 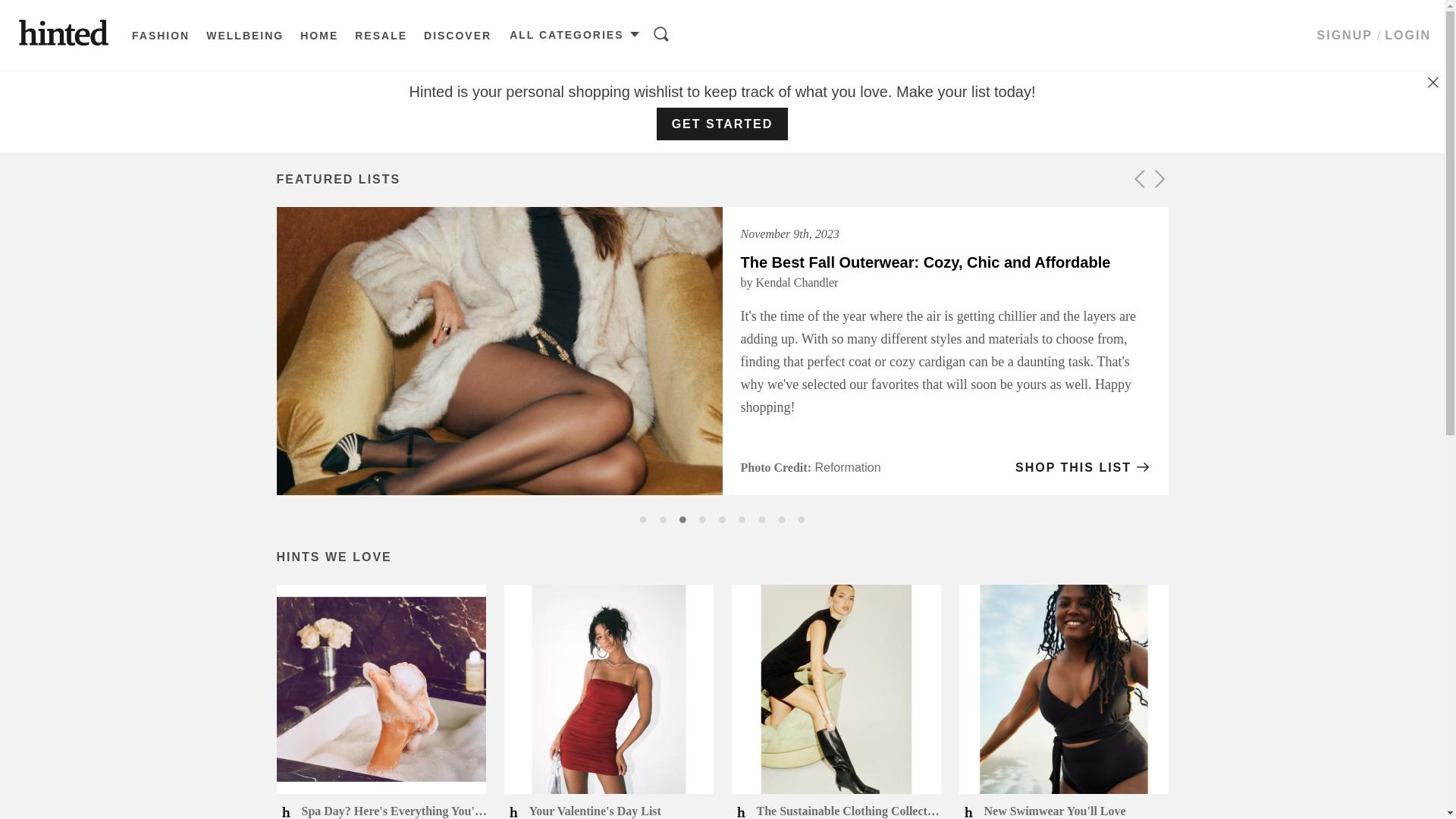 I want to click on 'RESALE', so click(x=381, y=35).